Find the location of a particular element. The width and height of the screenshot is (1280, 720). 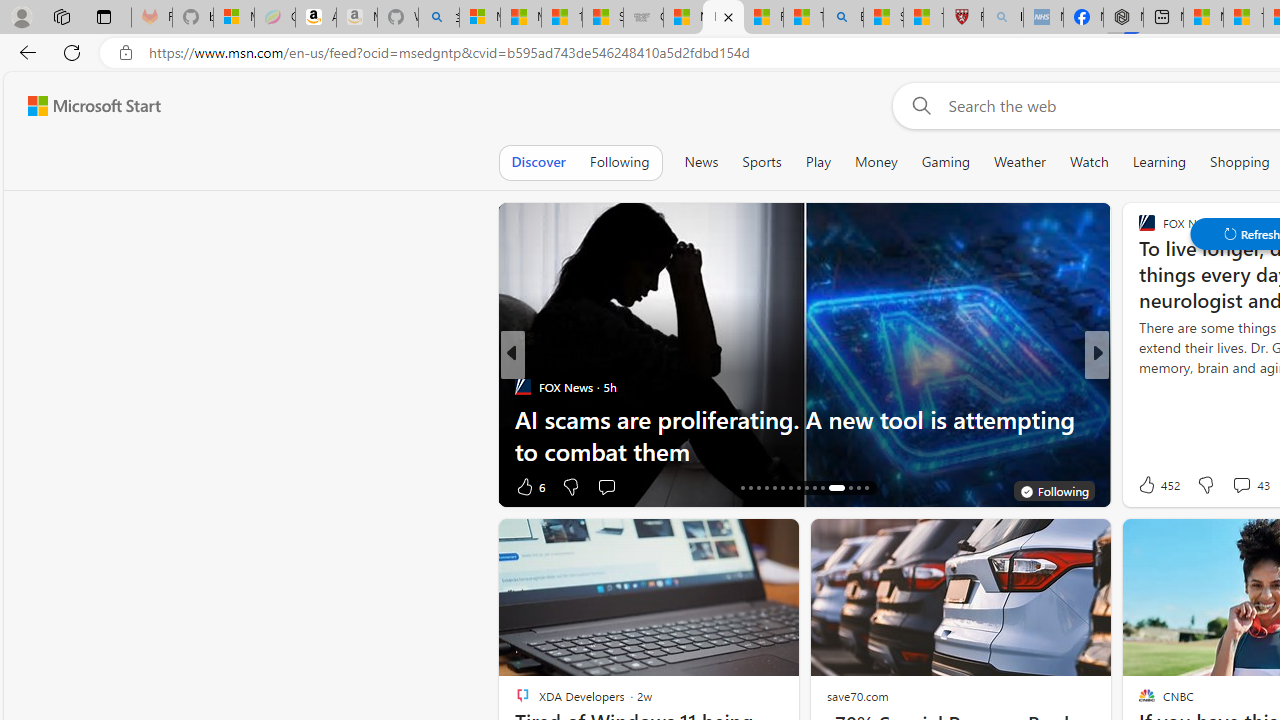

'AutomationID: tab-26' is located at coordinates (822, 488).